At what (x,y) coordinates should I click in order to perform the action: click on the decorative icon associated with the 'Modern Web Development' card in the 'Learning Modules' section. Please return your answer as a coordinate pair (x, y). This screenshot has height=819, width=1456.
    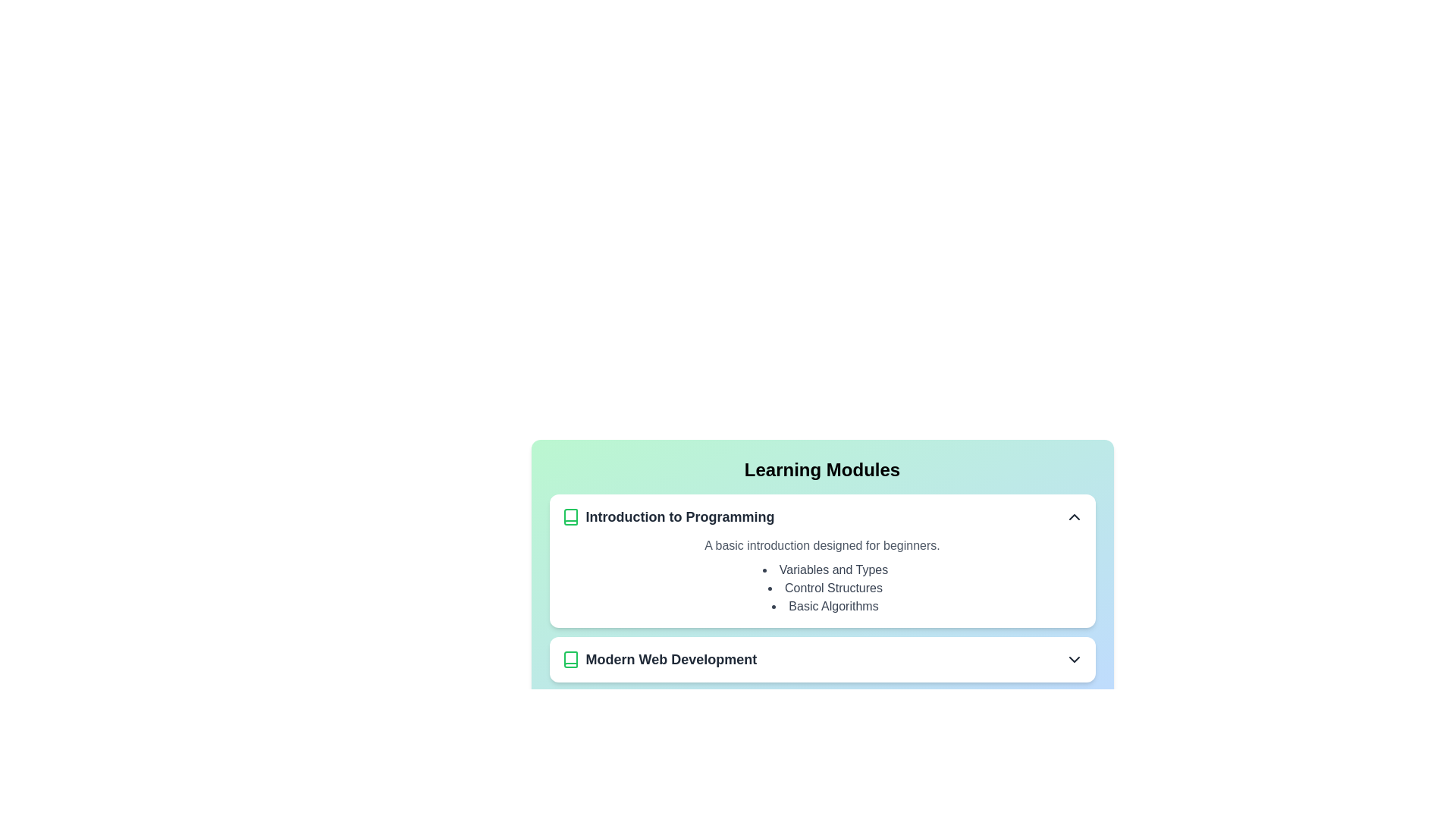
    Looking at the image, I should click on (570, 659).